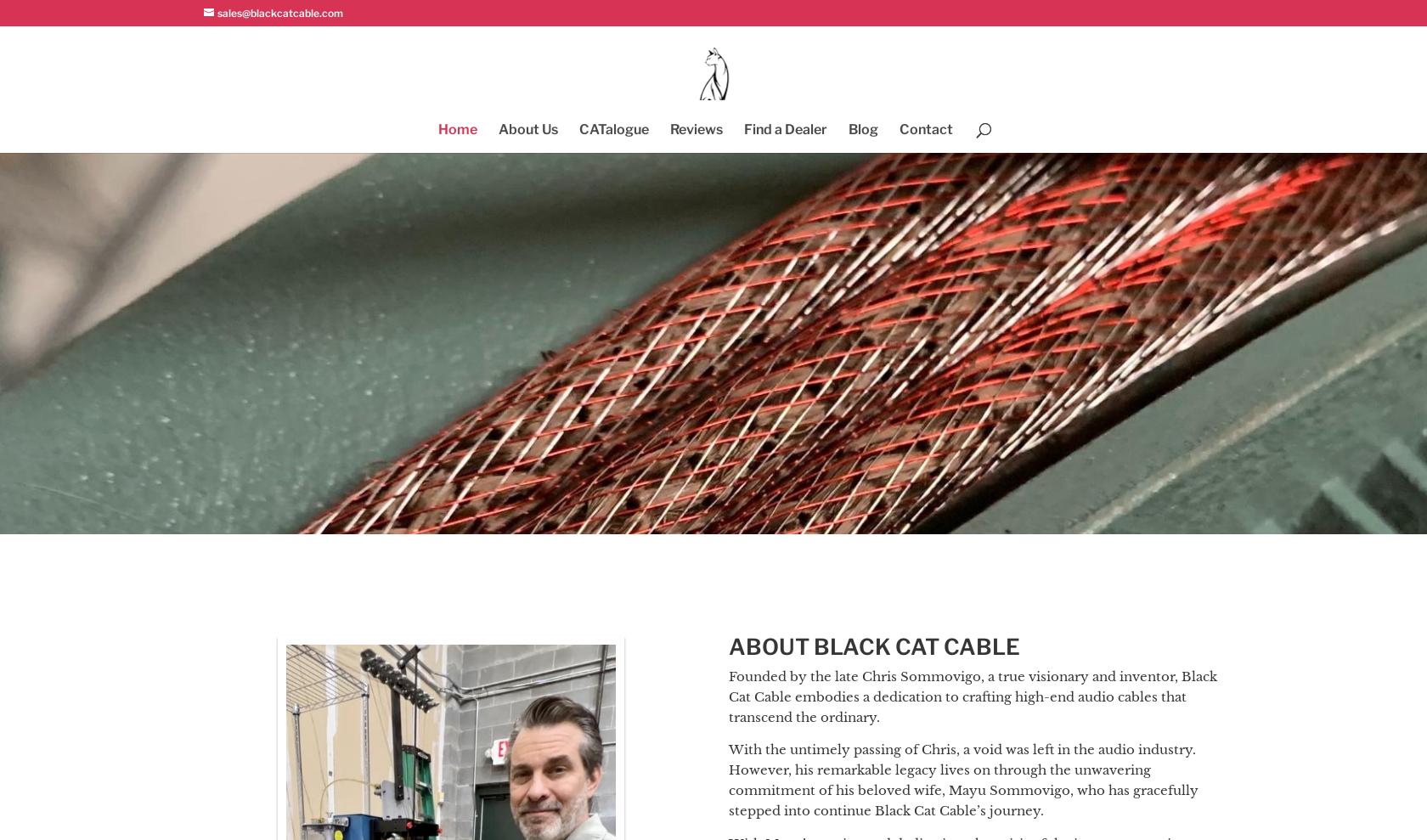 This screenshot has height=840, width=1427. I want to click on 'Founded by the late Chris Sommovigo, a true visionary and inventor, Black Cat Cable embodies a dedication to crafting high-end audio cables that transcend the ordinary.', so click(973, 695).